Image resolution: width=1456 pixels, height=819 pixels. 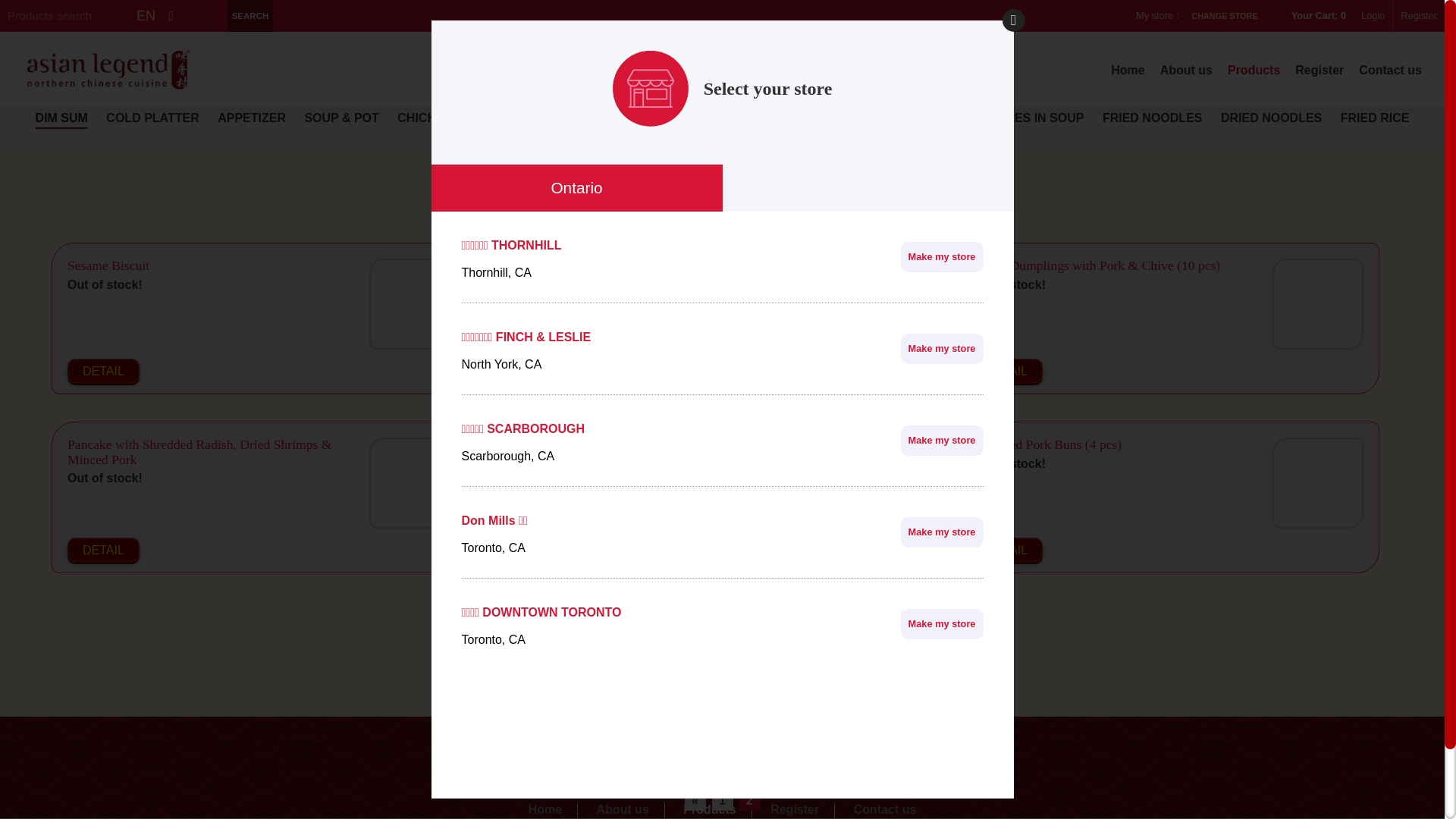 What do you see at coordinates (1220, 117) in the screenshot?
I see `'DRIED NOODLES'` at bounding box center [1220, 117].